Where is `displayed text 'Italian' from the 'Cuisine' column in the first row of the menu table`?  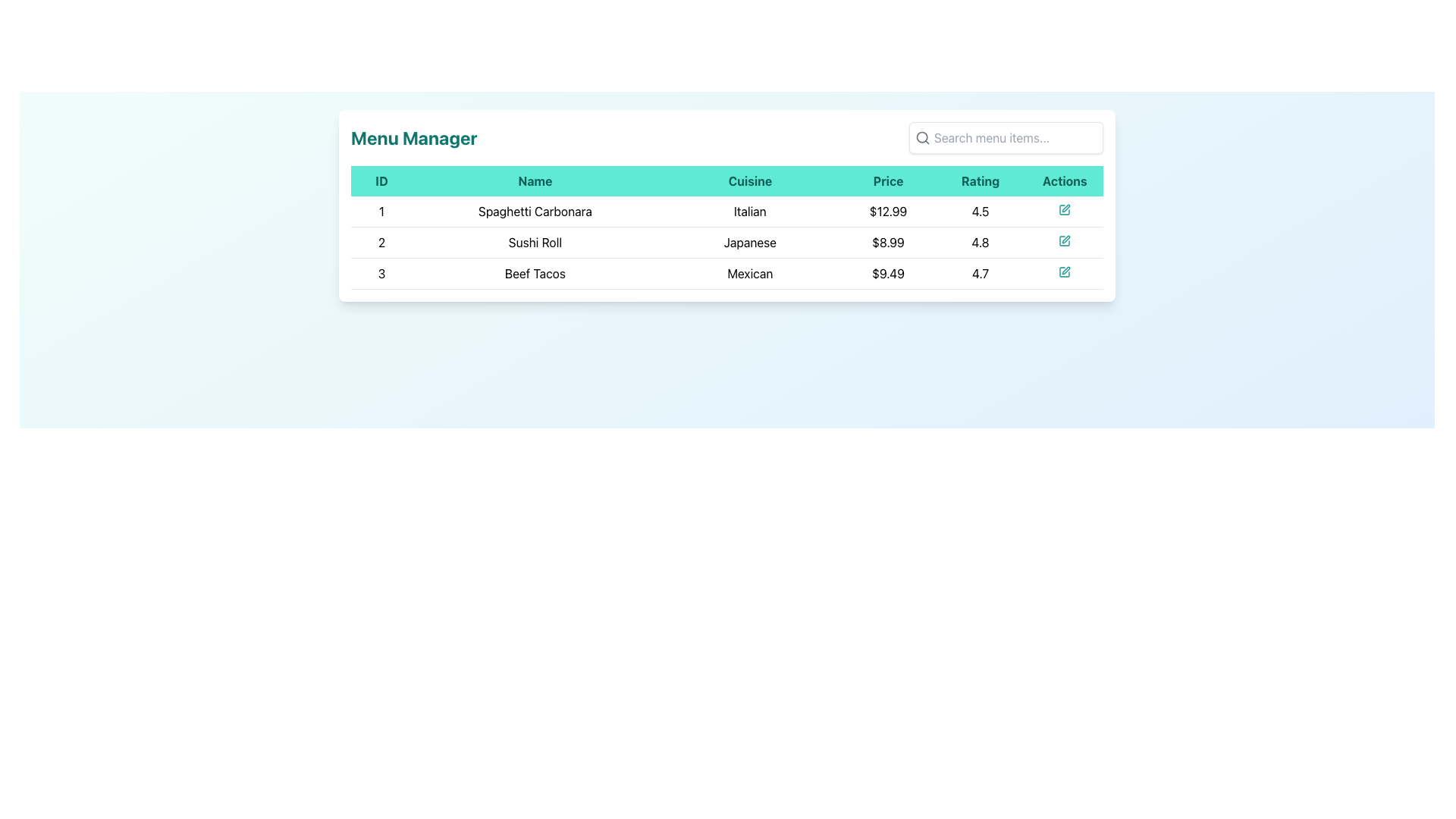 displayed text 'Italian' from the 'Cuisine' column in the first row of the menu table is located at coordinates (750, 212).